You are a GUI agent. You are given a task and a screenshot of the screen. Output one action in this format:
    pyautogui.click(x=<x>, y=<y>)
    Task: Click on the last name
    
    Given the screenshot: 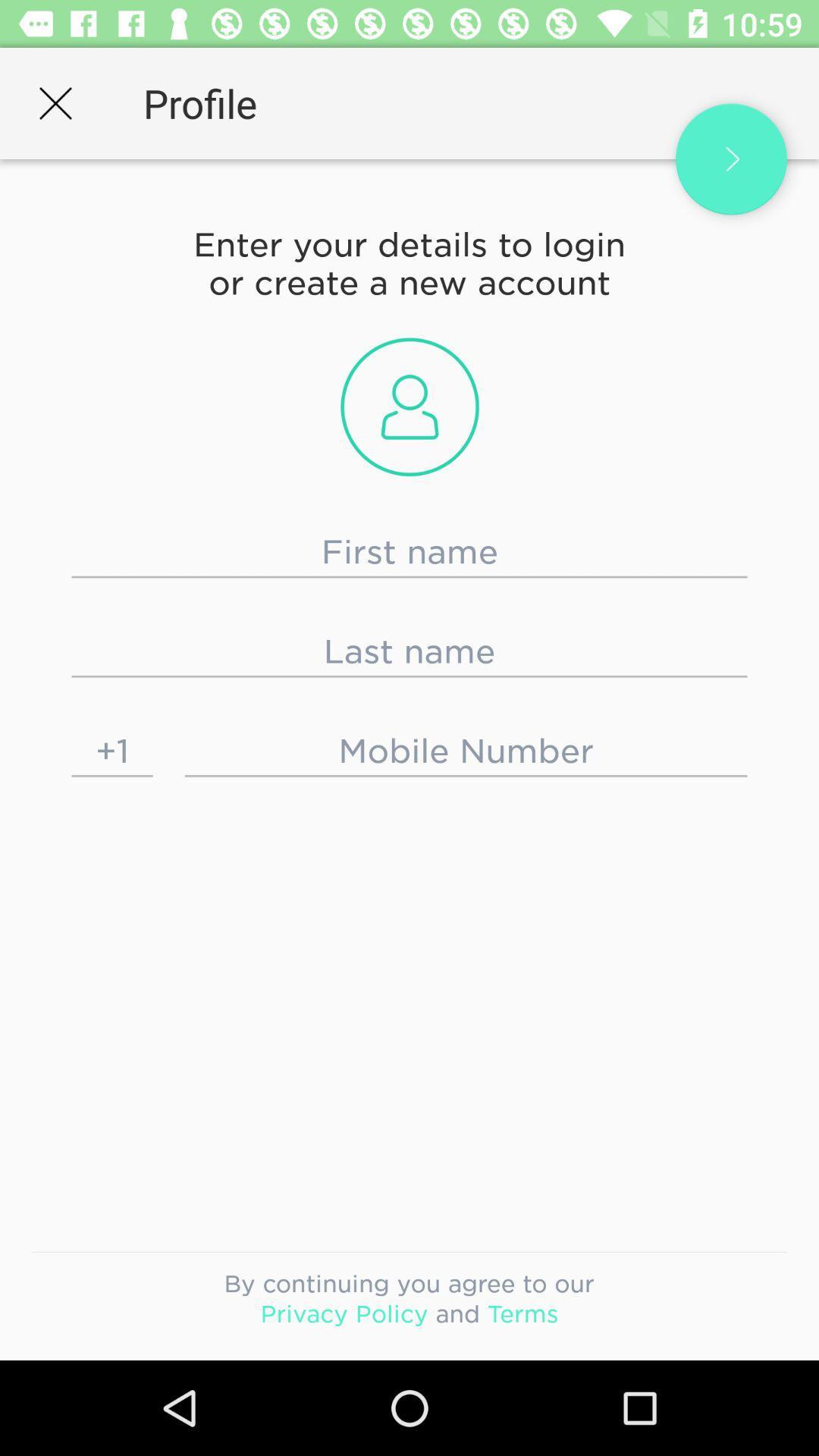 What is the action you would take?
    pyautogui.click(x=409, y=651)
    